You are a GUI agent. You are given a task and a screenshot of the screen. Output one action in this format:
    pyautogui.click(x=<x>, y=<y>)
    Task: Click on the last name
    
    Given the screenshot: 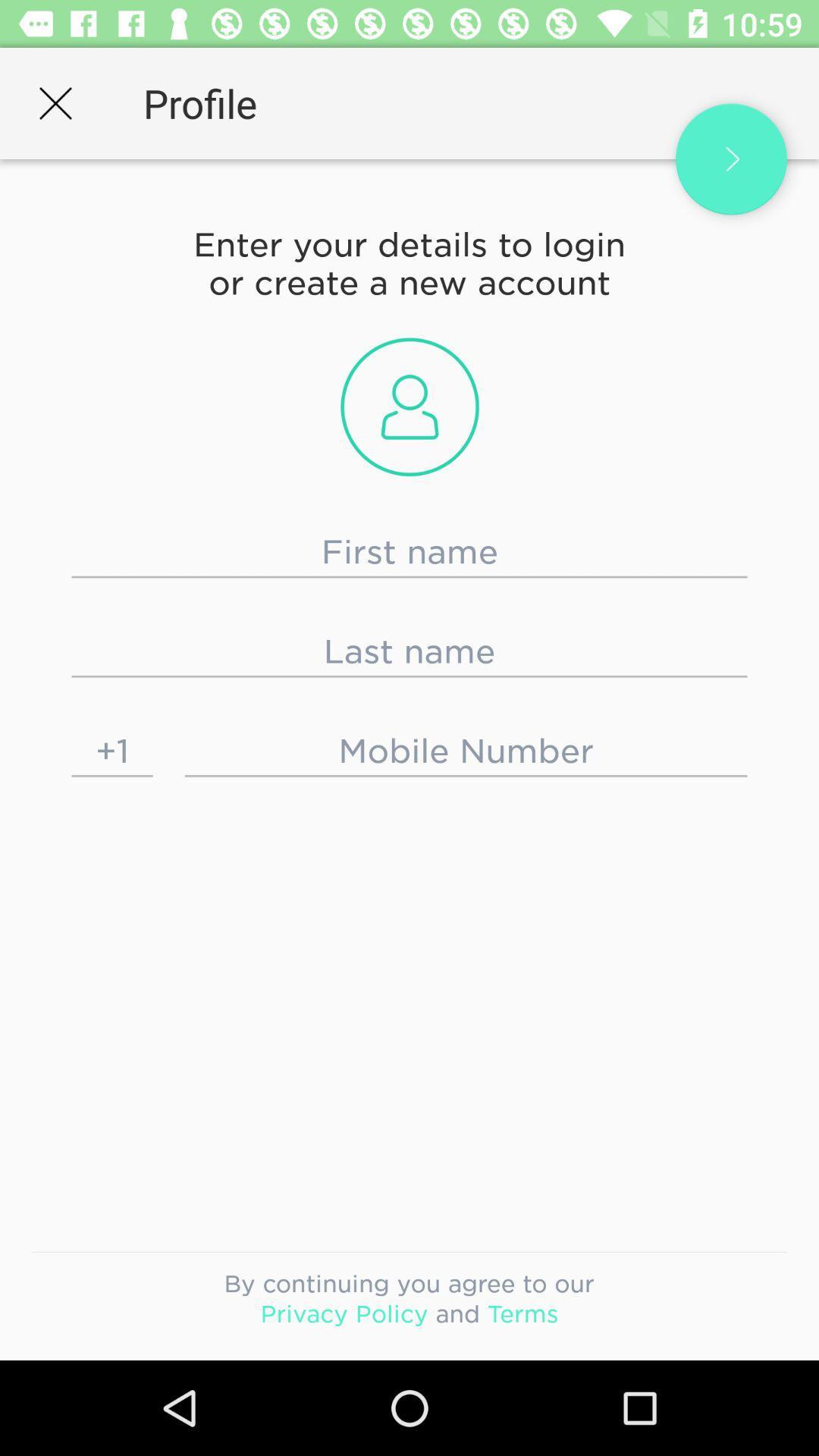 What is the action you would take?
    pyautogui.click(x=409, y=651)
    